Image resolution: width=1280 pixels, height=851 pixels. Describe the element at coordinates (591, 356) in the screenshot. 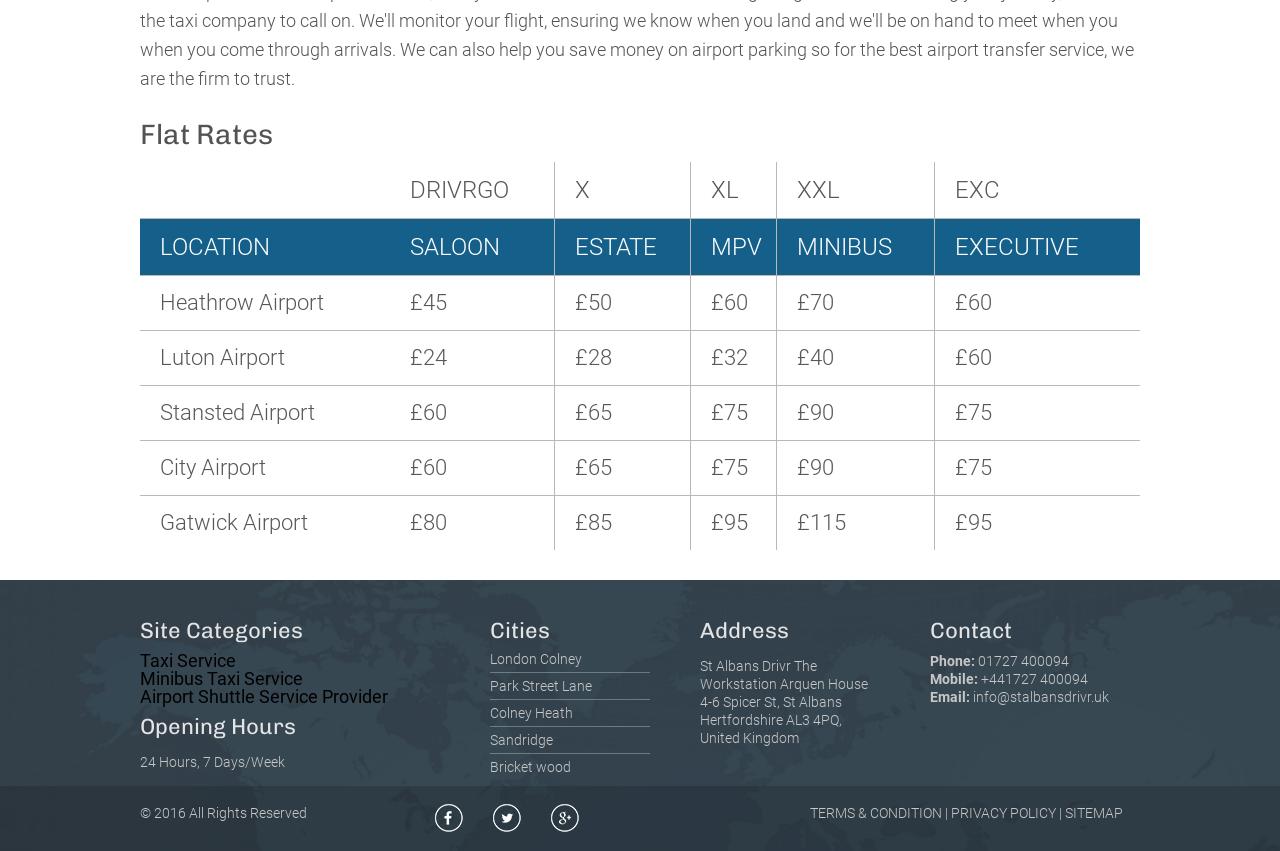

I see `'£28'` at that location.